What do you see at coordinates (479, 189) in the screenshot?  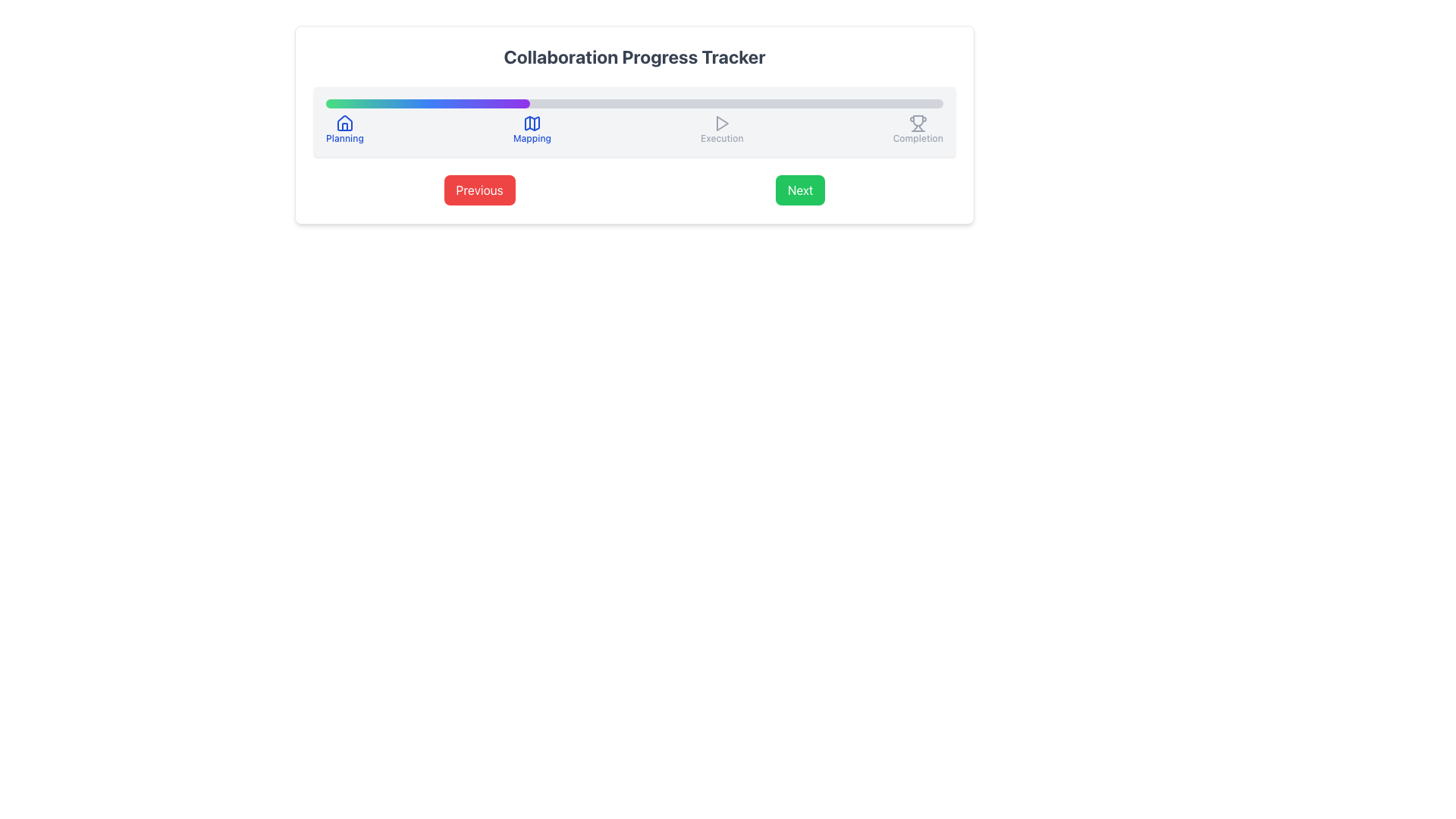 I see `the red 'Previous' button, which is the left button in a pair below the 'Collaboration Progress Tracker'` at bounding box center [479, 189].